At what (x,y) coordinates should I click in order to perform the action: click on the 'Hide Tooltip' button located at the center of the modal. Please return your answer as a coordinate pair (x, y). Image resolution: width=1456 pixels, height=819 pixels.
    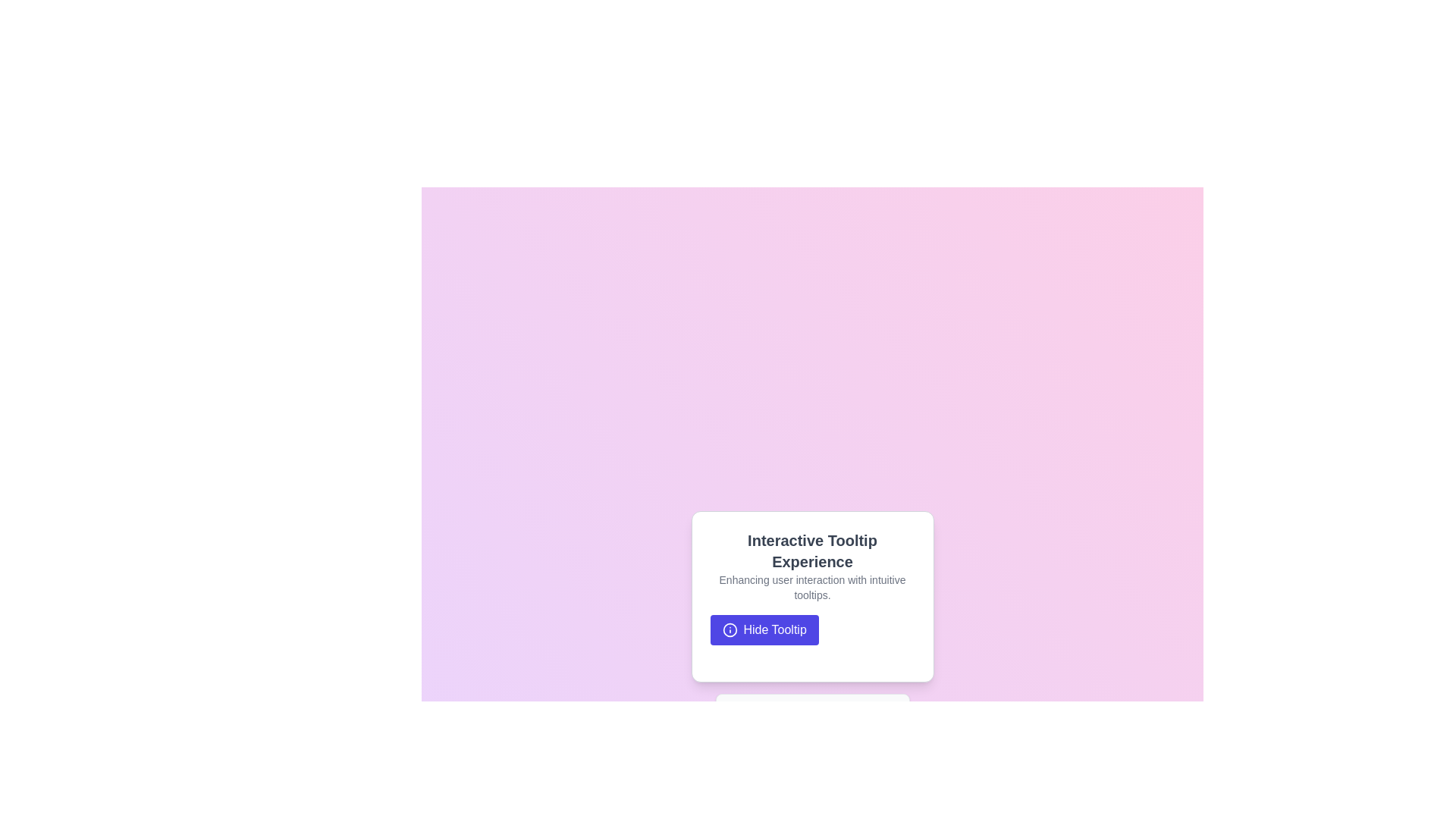
    Looking at the image, I should click on (764, 629).